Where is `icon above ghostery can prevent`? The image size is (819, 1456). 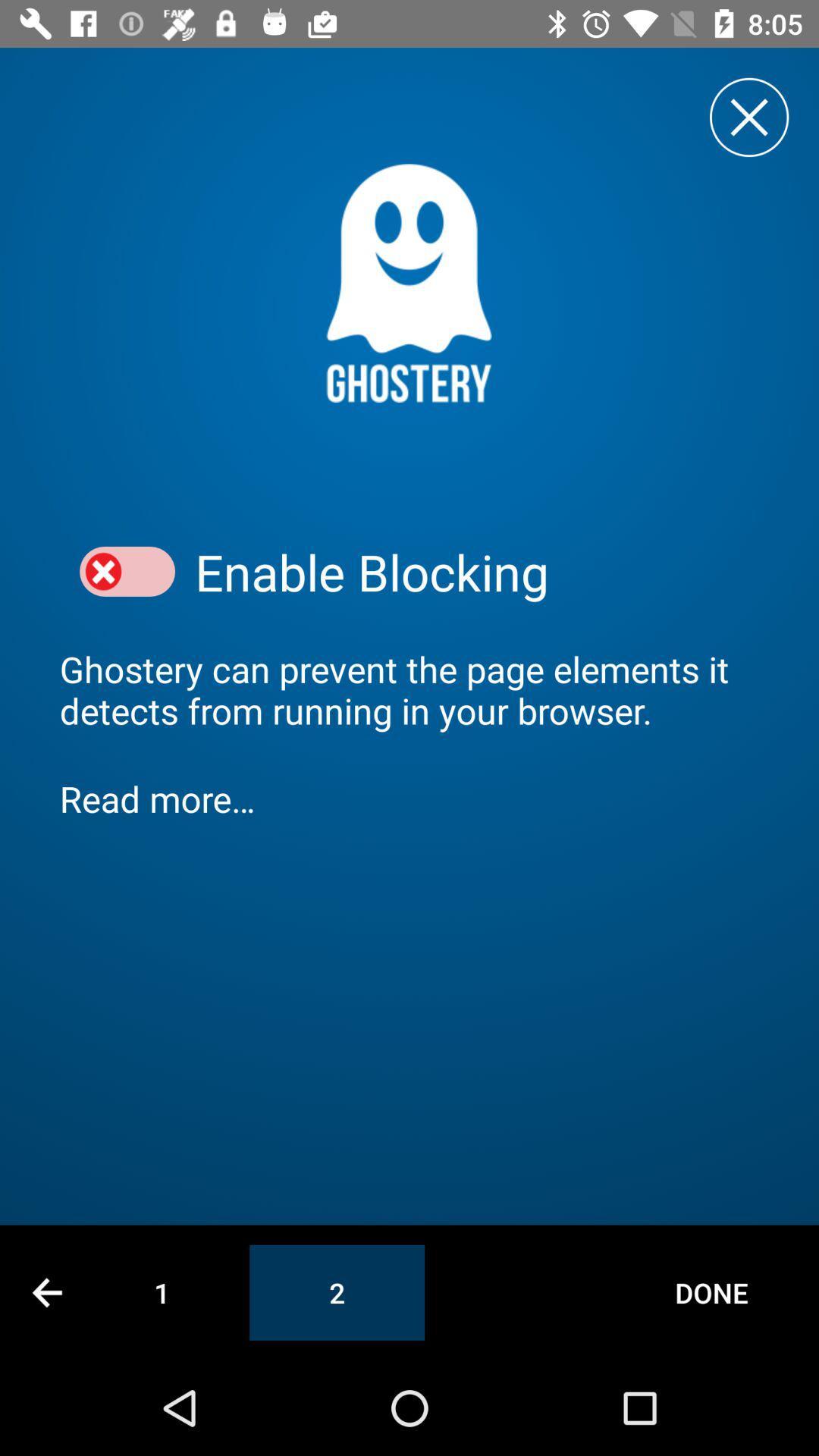
icon above ghostery can prevent is located at coordinates (127, 571).